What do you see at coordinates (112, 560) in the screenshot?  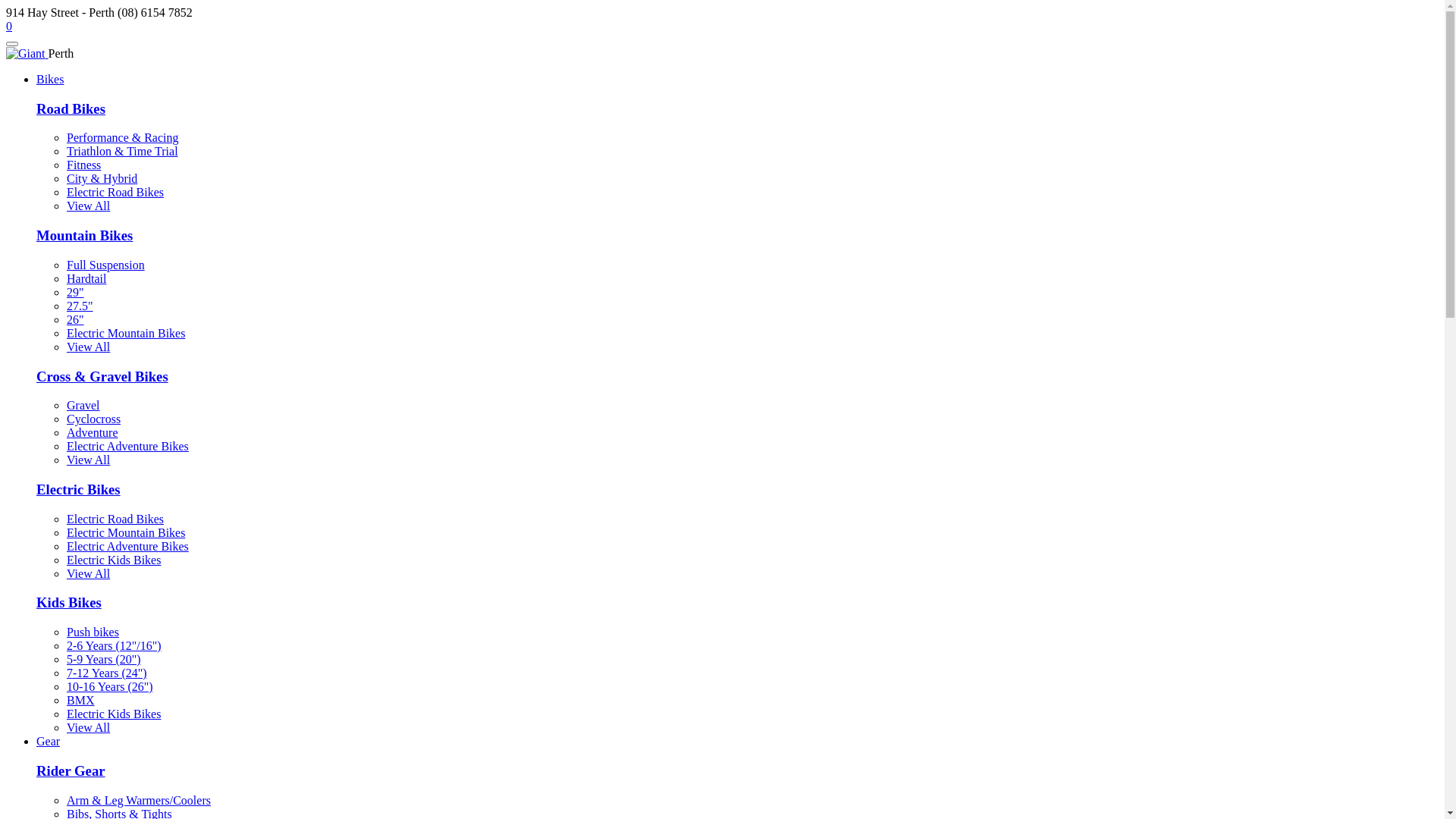 I see `'Electric Kids Bikes'` at bounding box center [112, 560].